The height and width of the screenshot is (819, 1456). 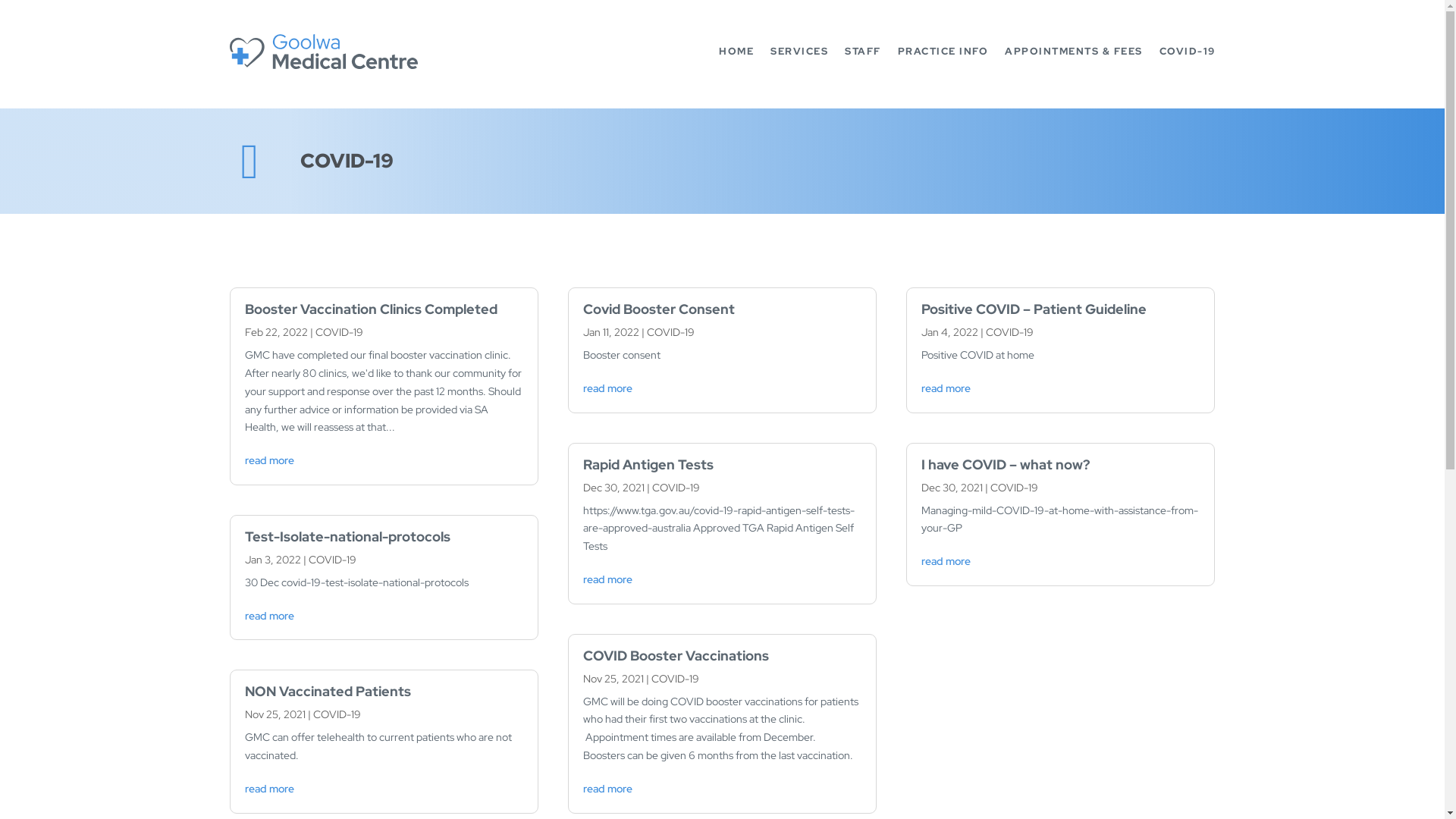 I want to click on 'COVID-19', so click(x=670, y=331).